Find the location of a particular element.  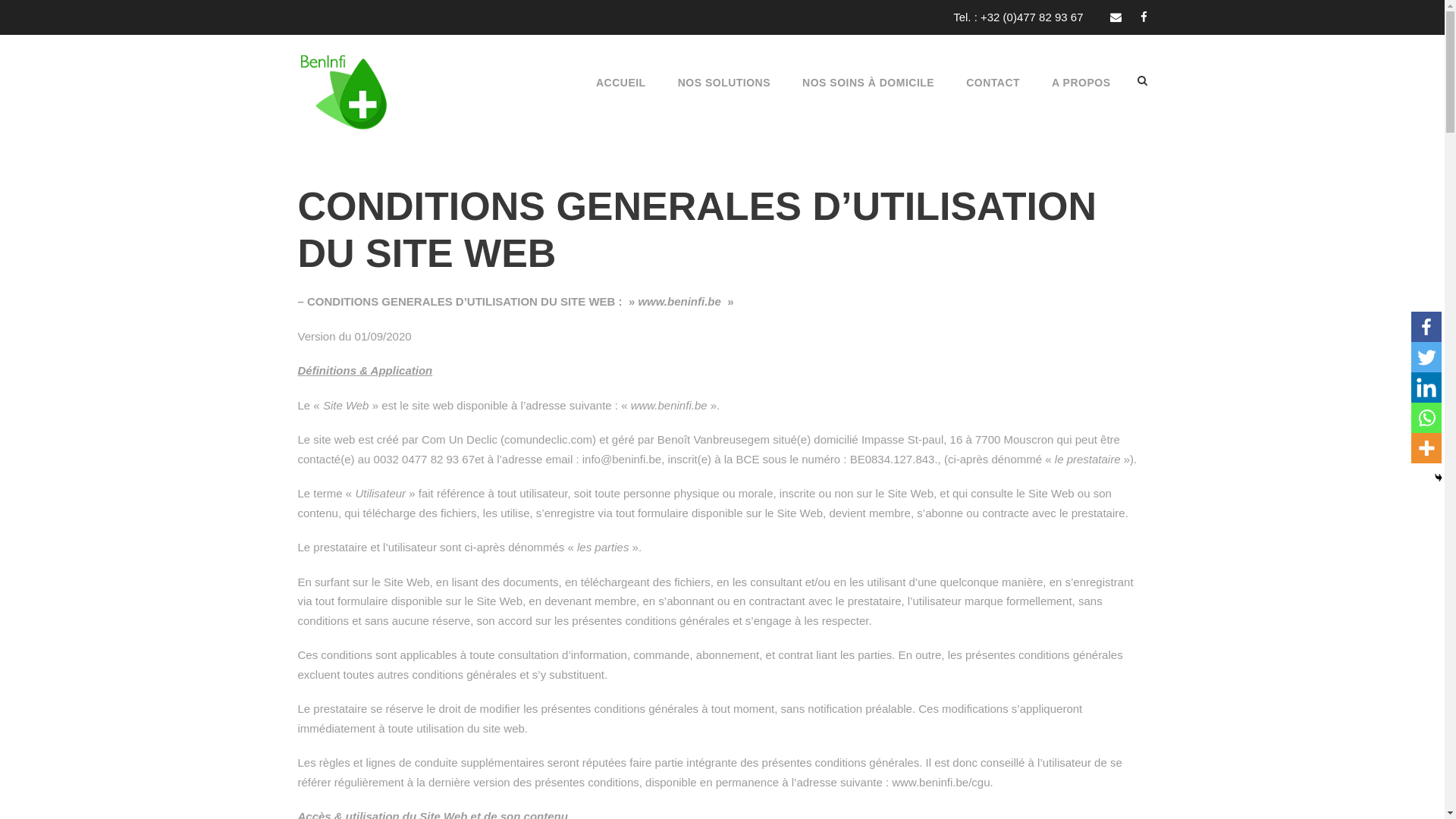

'CONTACT' is located at coordinates (993, 100).